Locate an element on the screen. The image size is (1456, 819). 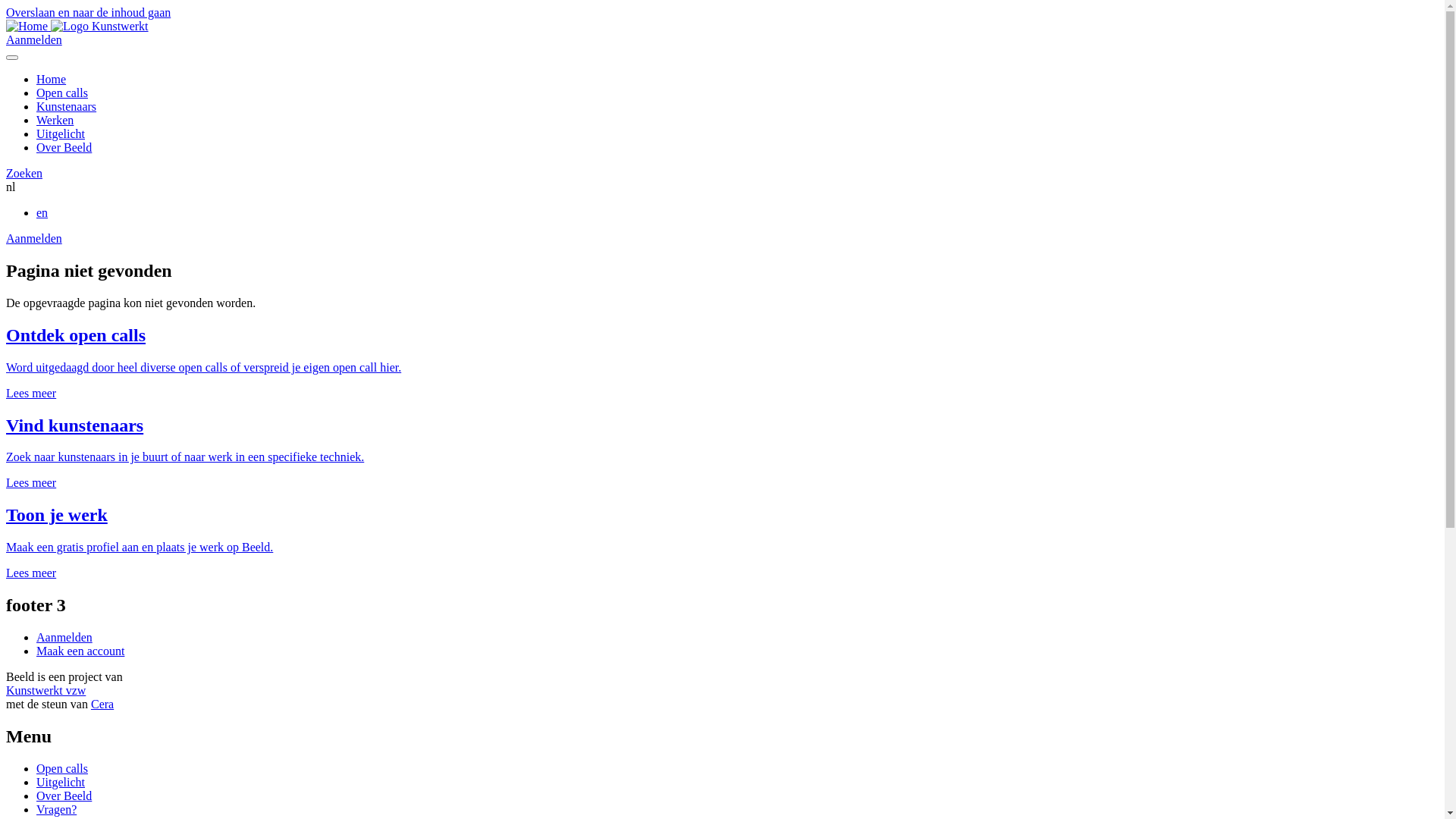
'Over Beeld' is located at coordinates (63, 147).